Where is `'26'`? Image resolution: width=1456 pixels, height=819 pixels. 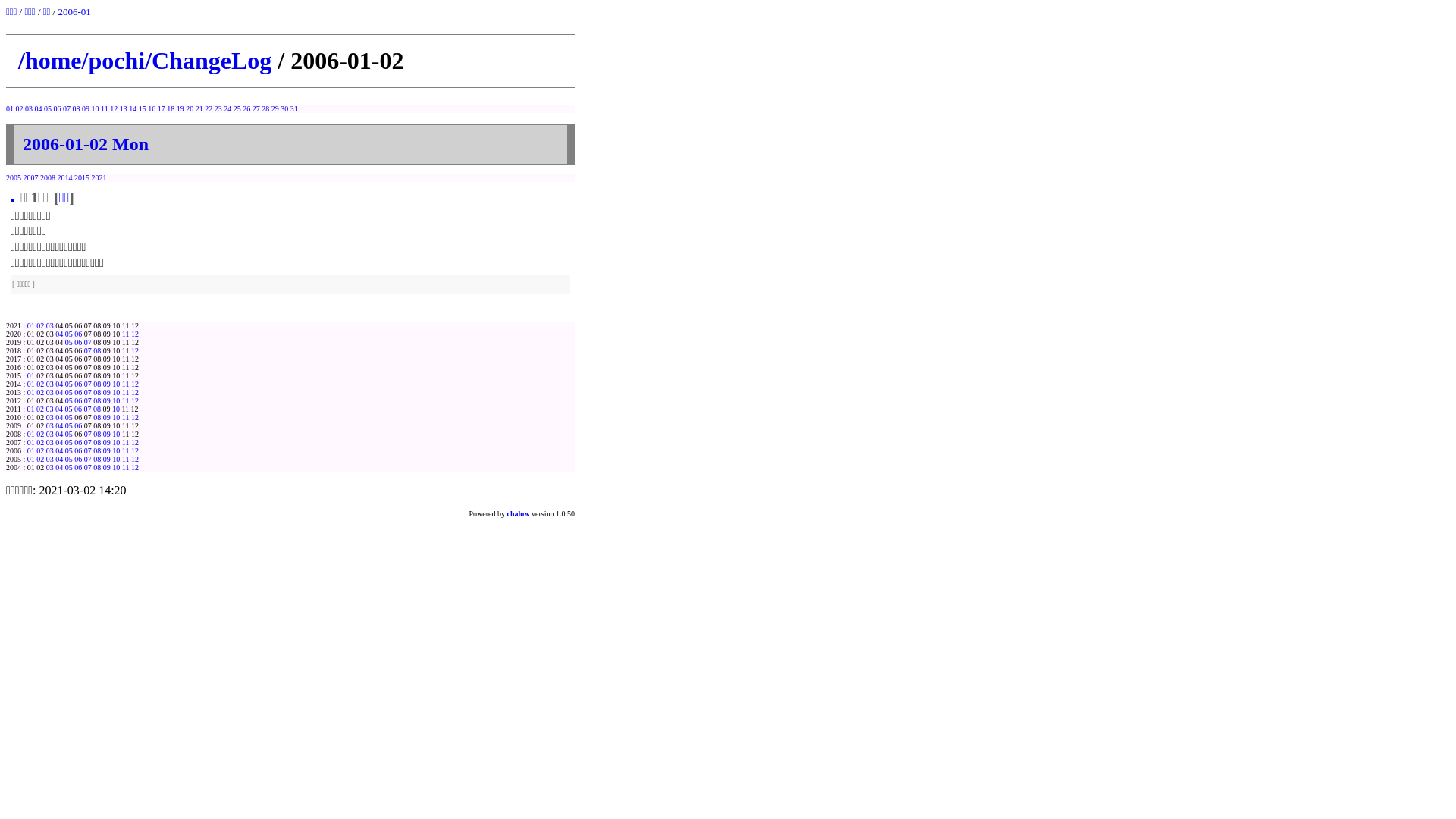 '26' is located at coordinates (246, 108).